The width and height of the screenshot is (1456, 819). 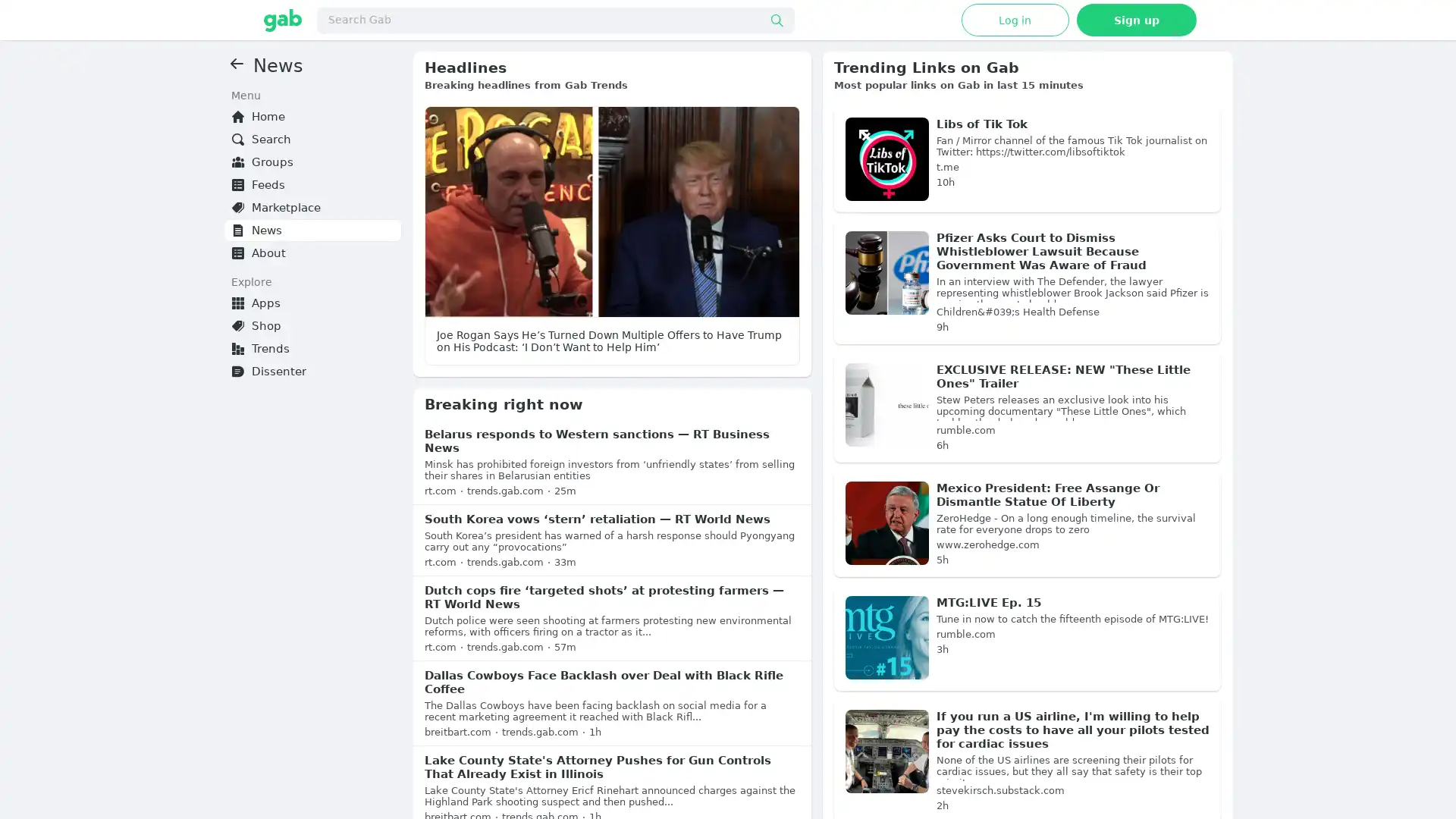 What do you see at coordinates (1027, 297) in the screenshot?
I see `Sponsored: Powerful (Victorious) Christian Teaching for Pastors and Churches - "All the Bible for all of life" materials for pastoral education, staff training and adult curriculum. Our content is created from a victorious Pentecostal worldview. We provide pastors access to the highest quality resources from experienced pastors and gifted teachers from Christian universities, seminaries and Bible schools. Much material is available with a free membership, while a paid membership provides full-access to a large and growing library of teaching videos and newsletters.` at bounding box center [1027, 297].